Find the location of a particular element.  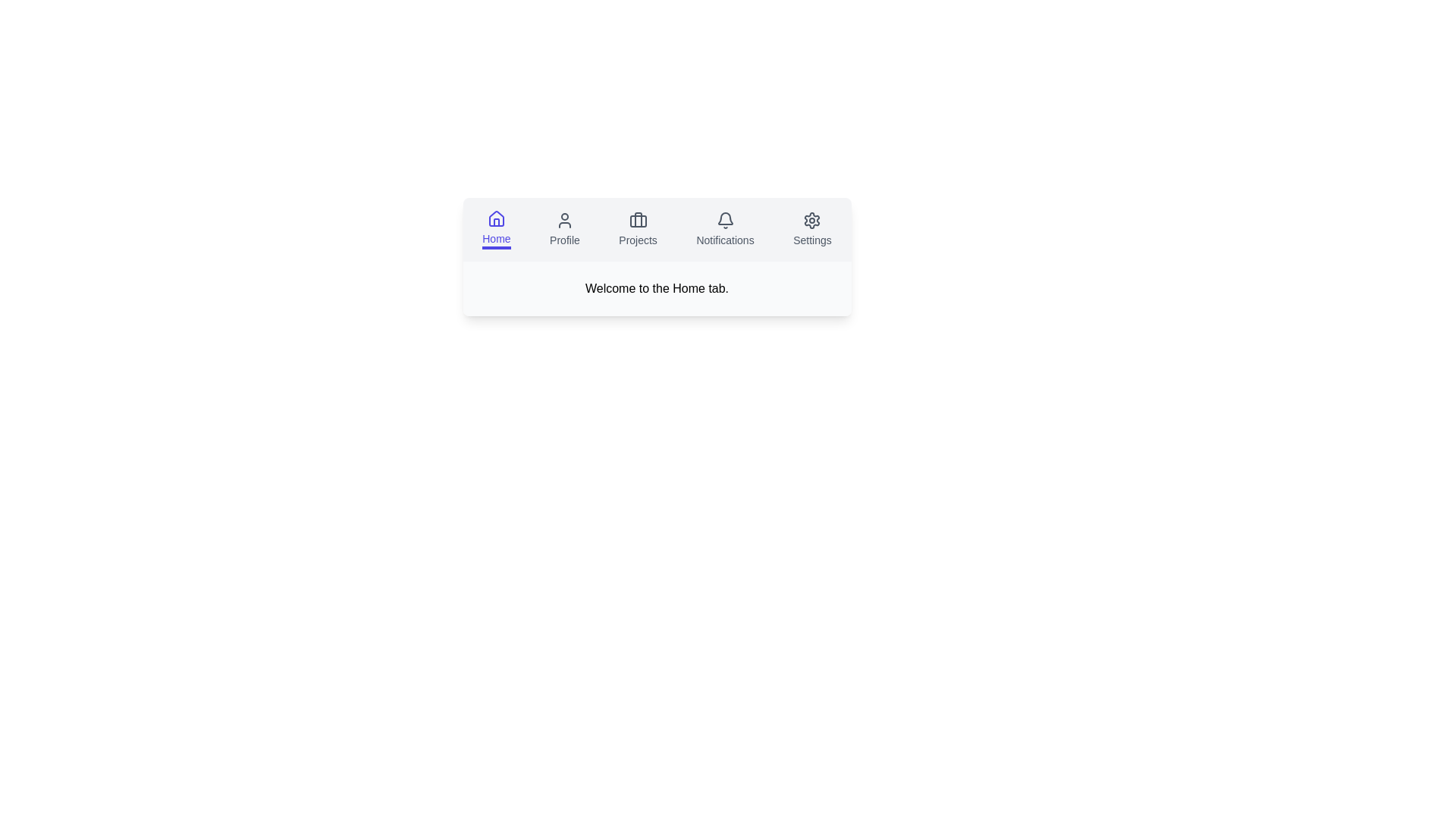

the small, line-drawn house-shaped icon in the top navigation bar is located at coordinates (496, 219).